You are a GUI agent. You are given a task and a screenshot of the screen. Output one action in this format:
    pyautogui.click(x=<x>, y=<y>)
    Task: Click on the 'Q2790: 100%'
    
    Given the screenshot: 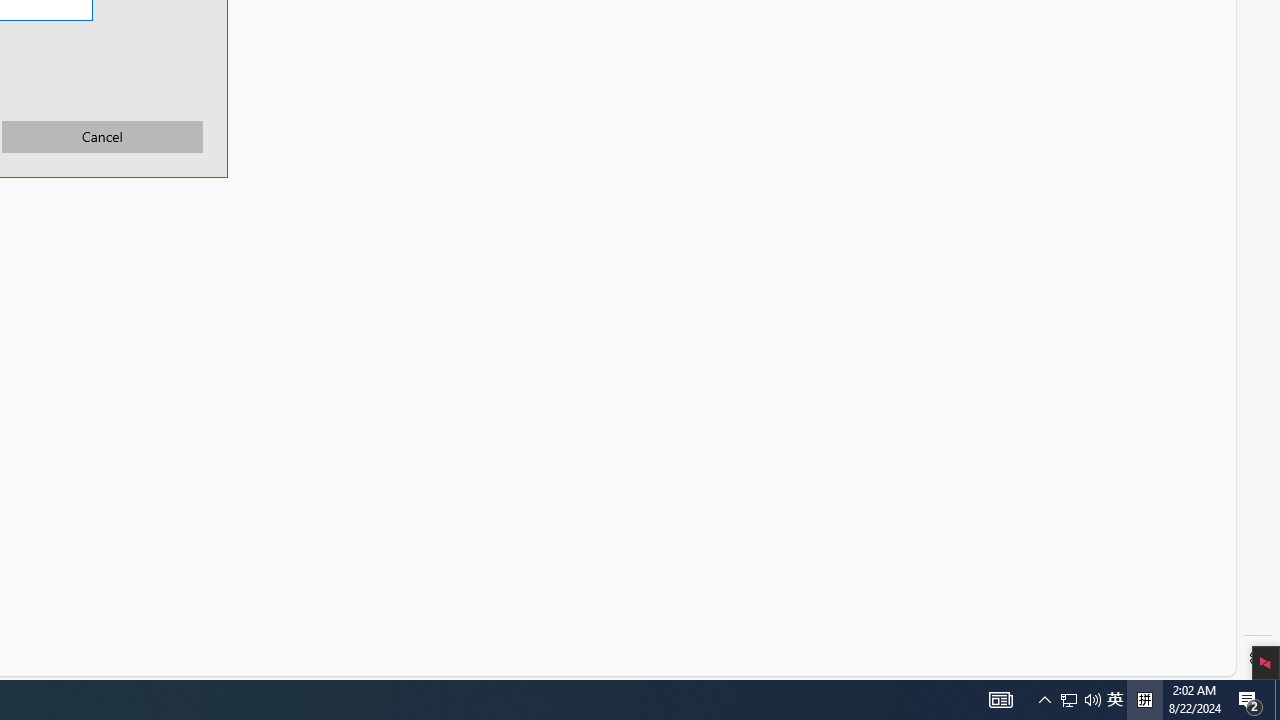 What is the action you would take?
    pyautogui.click(x=1114, y=698)
    